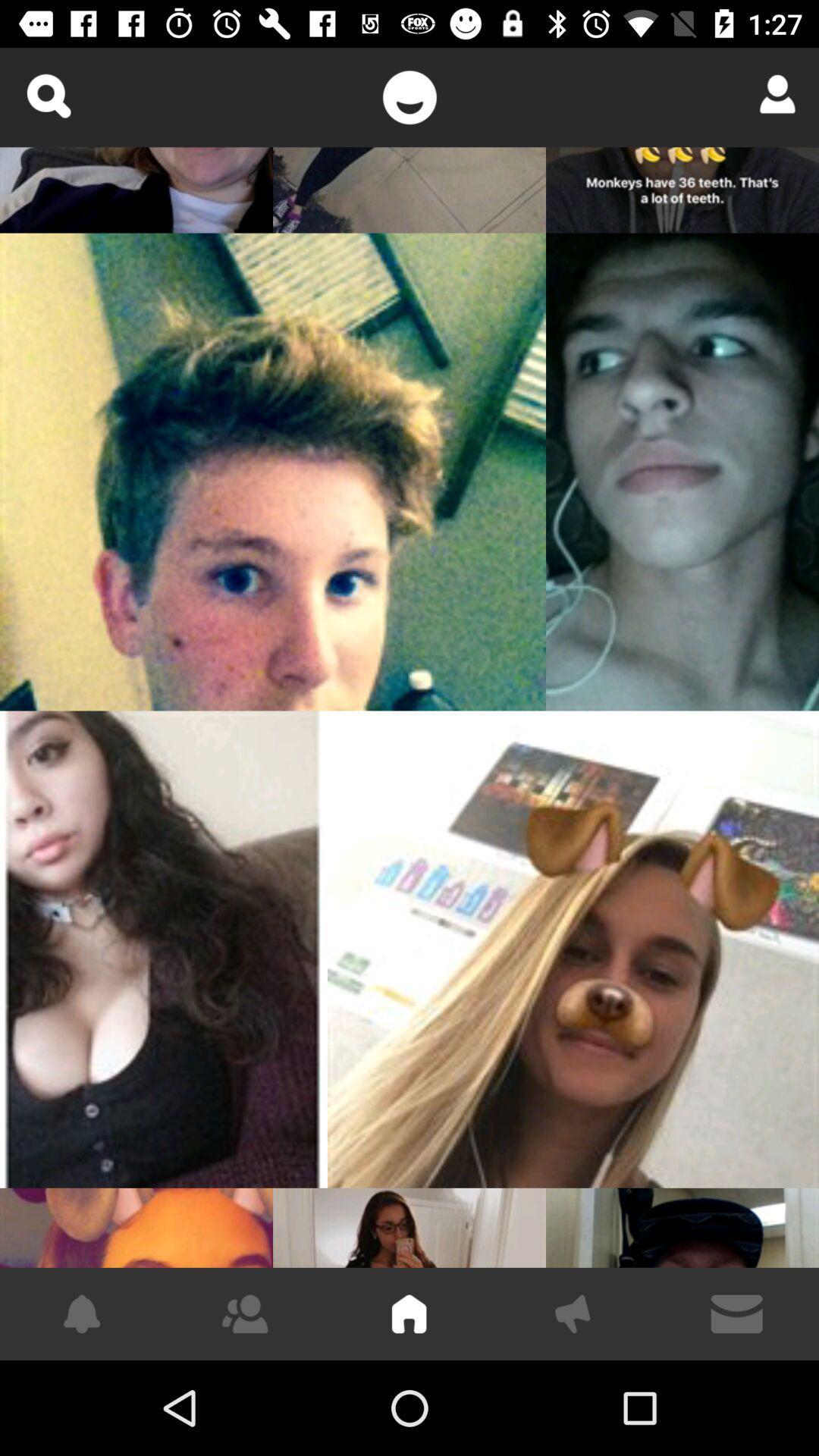  What do you see at coordinates (164, 949) in the screenshot?
I see `icon on the left` at bounding box center [164, 949].